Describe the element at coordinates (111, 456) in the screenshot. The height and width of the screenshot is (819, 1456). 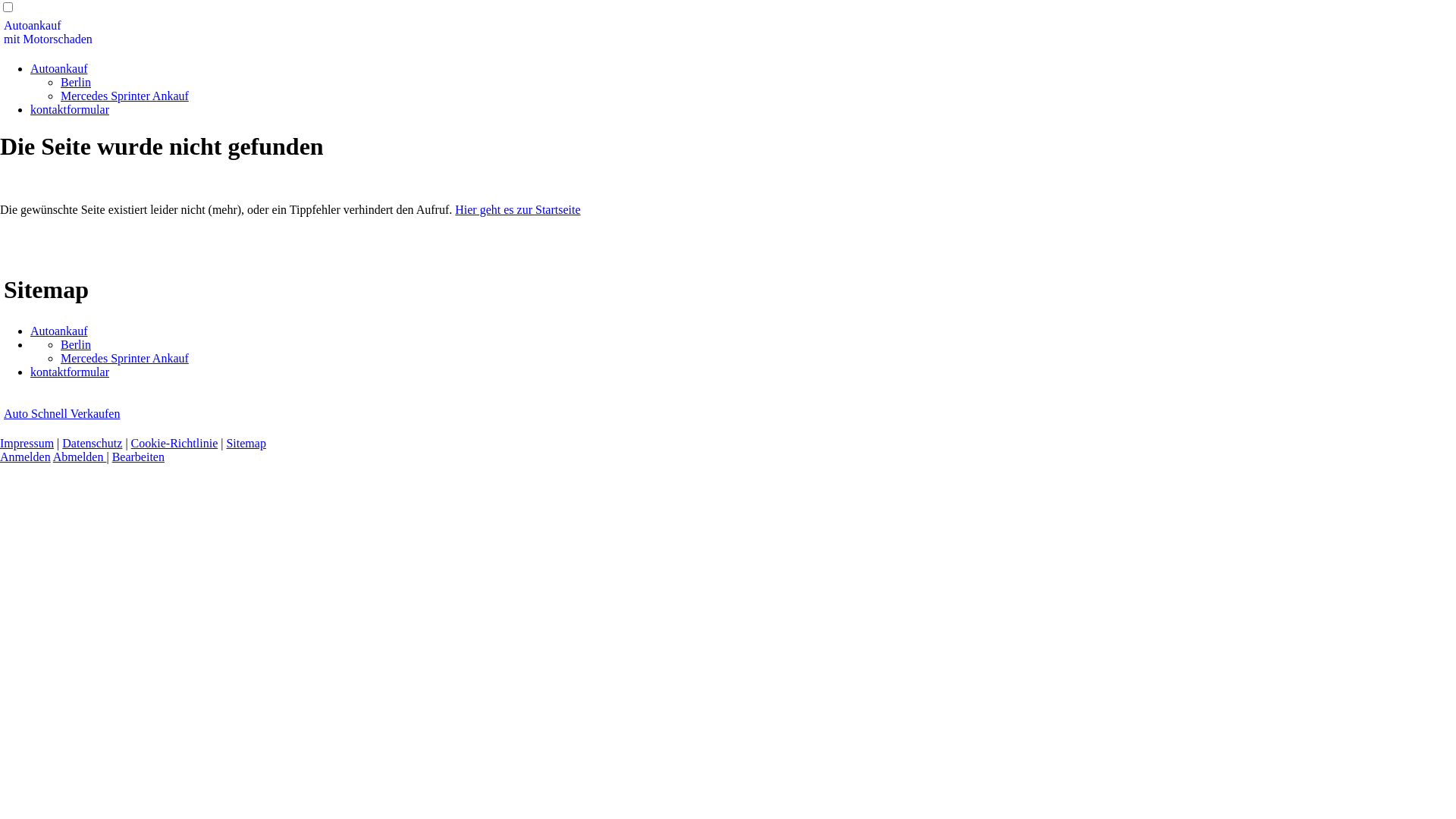
I see `'Bearbeiten'` at that location.